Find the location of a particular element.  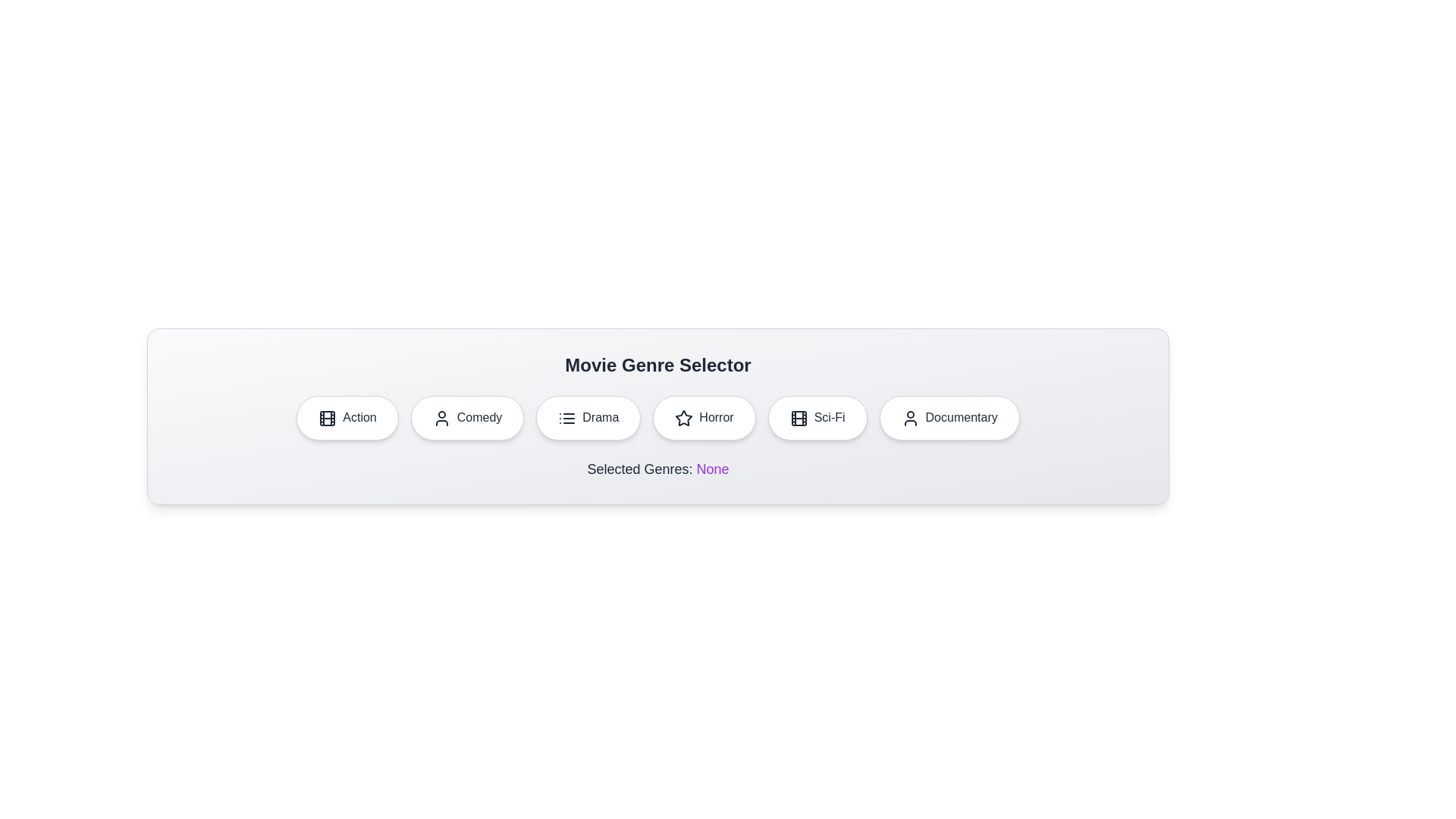

the 'Horror' genre selection button using tab navigation is located at coordinates (704, 418).